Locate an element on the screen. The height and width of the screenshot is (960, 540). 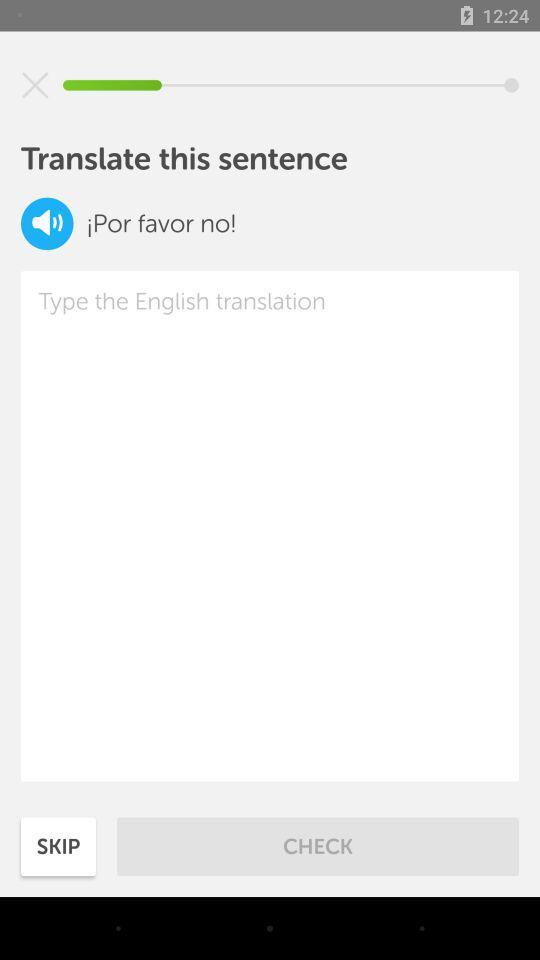
the icon below translate this sentence is located at coordinates (47, 223).